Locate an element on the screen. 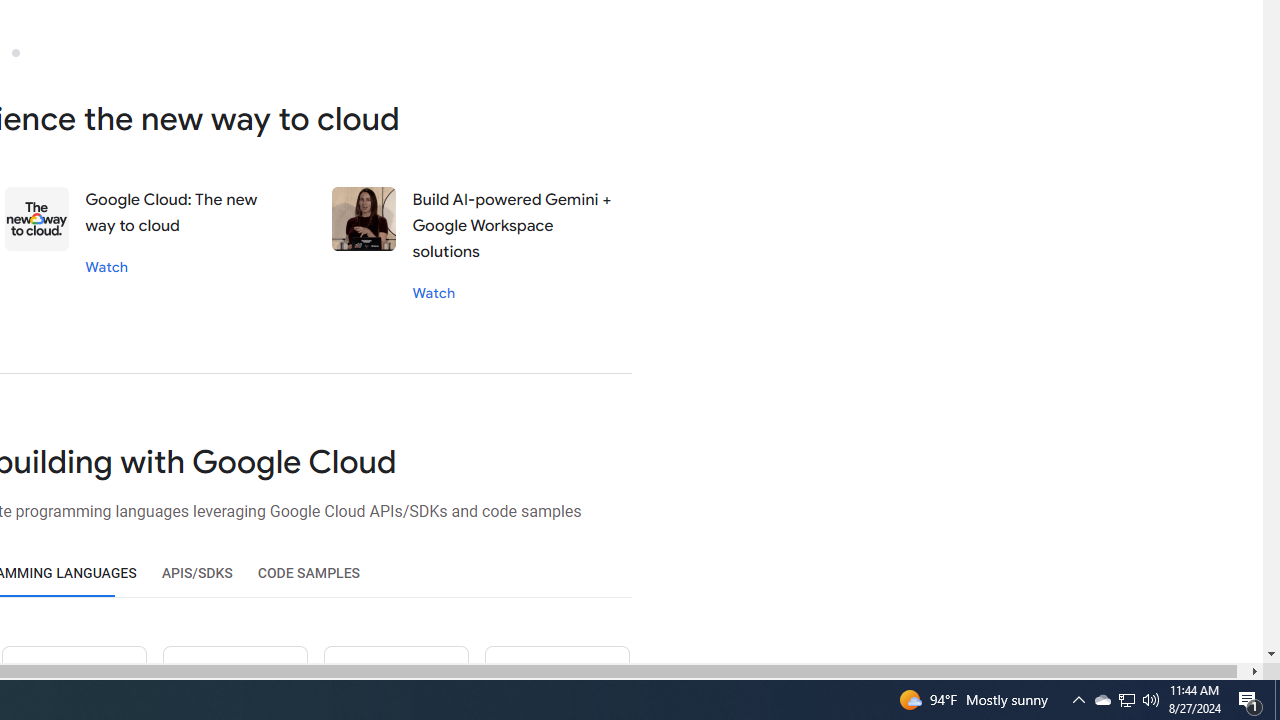 This screenshot has width=1280, height=720. 'Watch' is located at coordinates (432, 292).